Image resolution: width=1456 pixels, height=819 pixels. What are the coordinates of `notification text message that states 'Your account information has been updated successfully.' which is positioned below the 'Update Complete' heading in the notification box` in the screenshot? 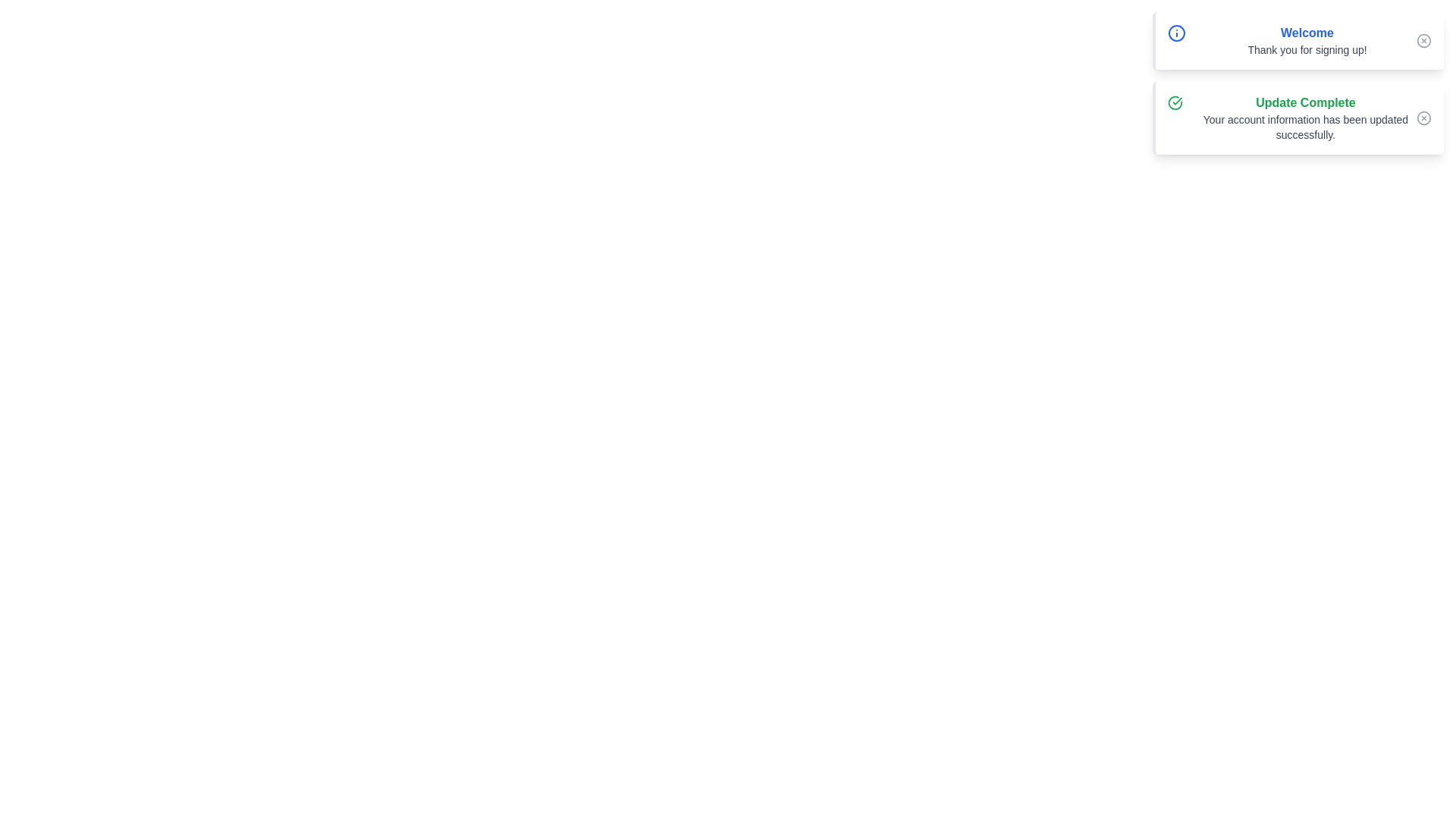 It's located at (1304, 127).